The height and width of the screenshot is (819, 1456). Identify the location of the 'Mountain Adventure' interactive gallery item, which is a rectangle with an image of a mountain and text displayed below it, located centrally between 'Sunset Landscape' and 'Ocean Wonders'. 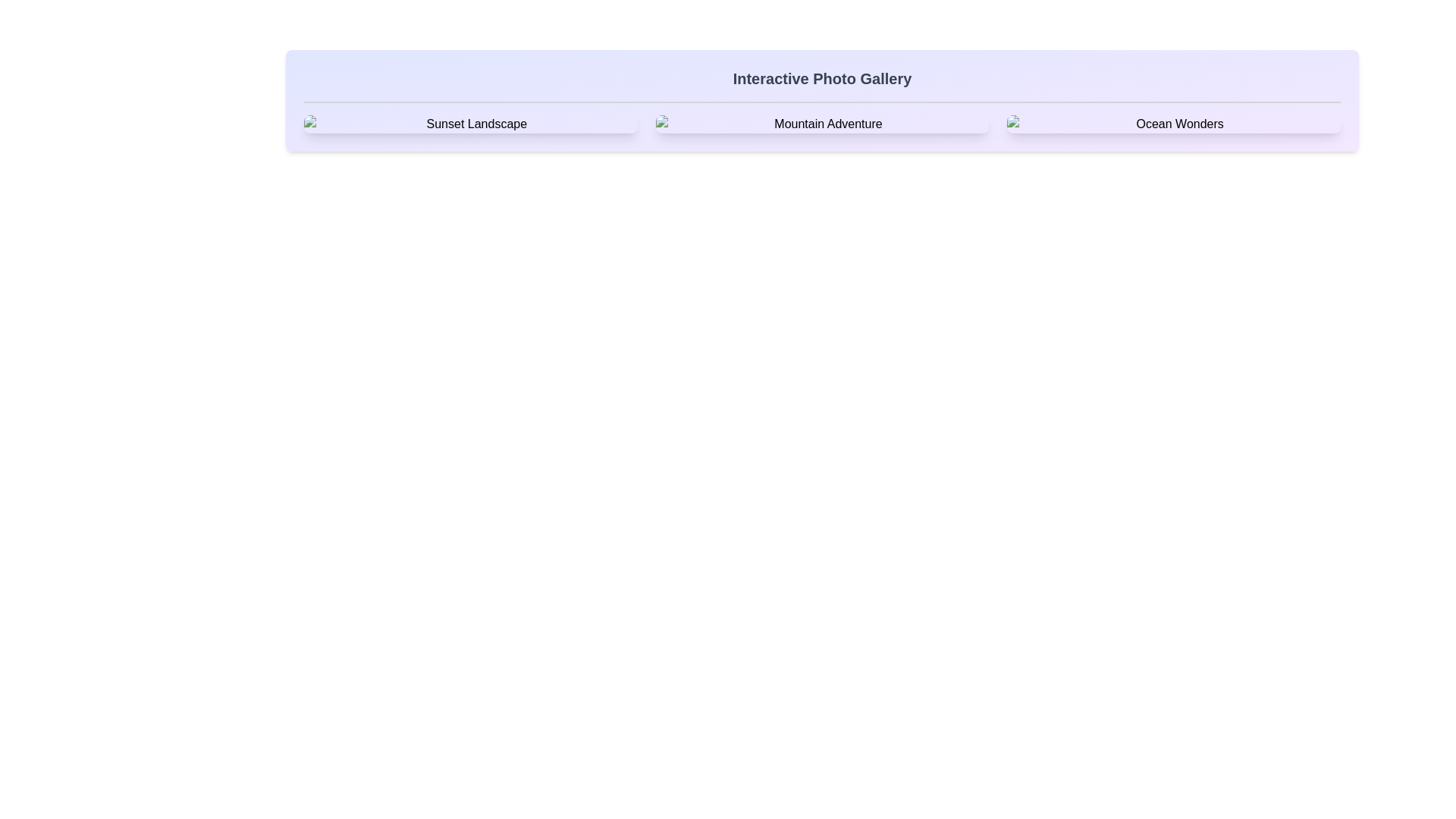
(821, 124).